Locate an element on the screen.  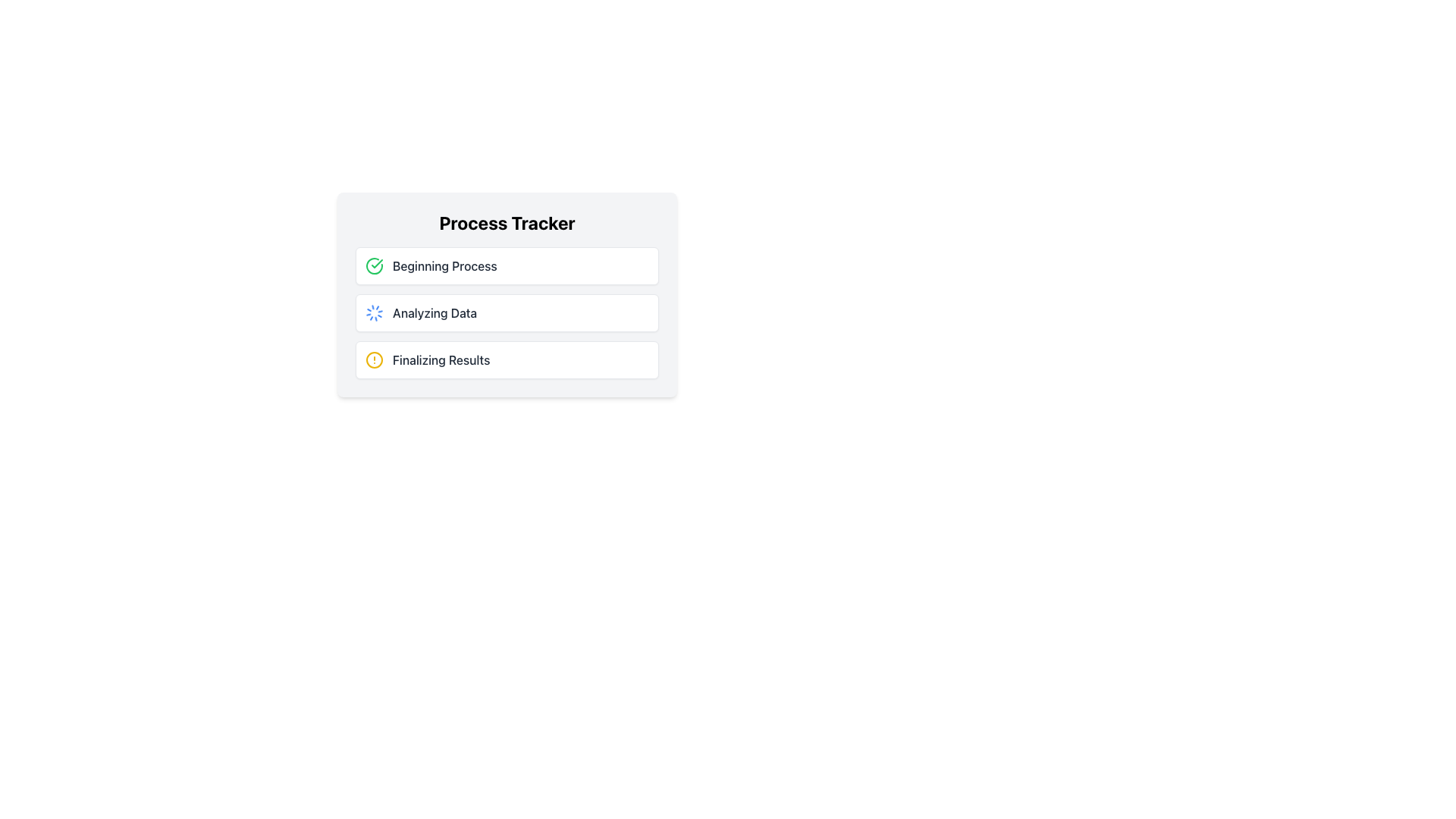
the title label located at the top-center of the panel which categorizes the section containing information such as 'Beginning Process', 'Analyzing Data', and 'Finalizing Results' is located at coordinates (507, 222).